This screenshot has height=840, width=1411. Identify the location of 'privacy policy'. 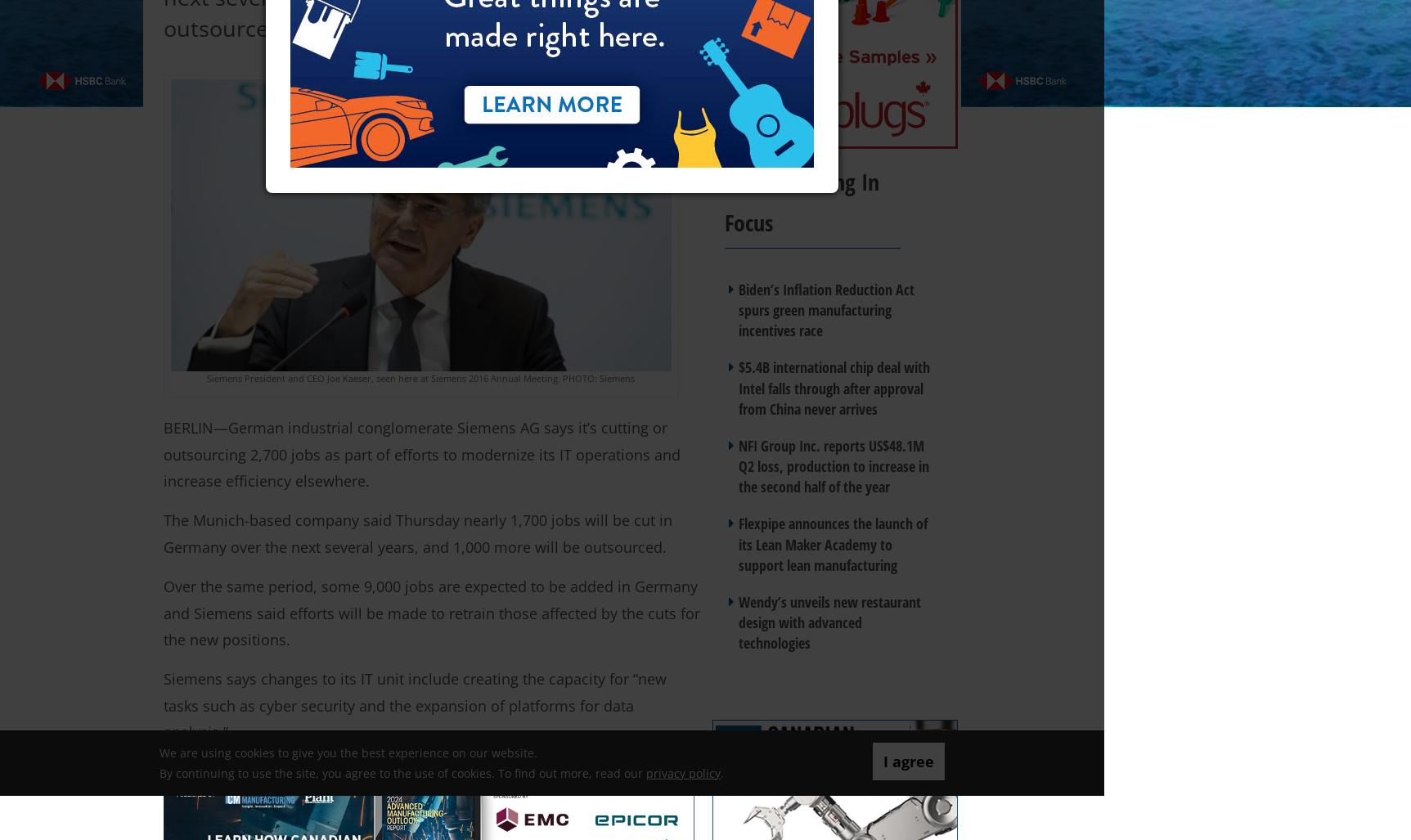
(683, 772).